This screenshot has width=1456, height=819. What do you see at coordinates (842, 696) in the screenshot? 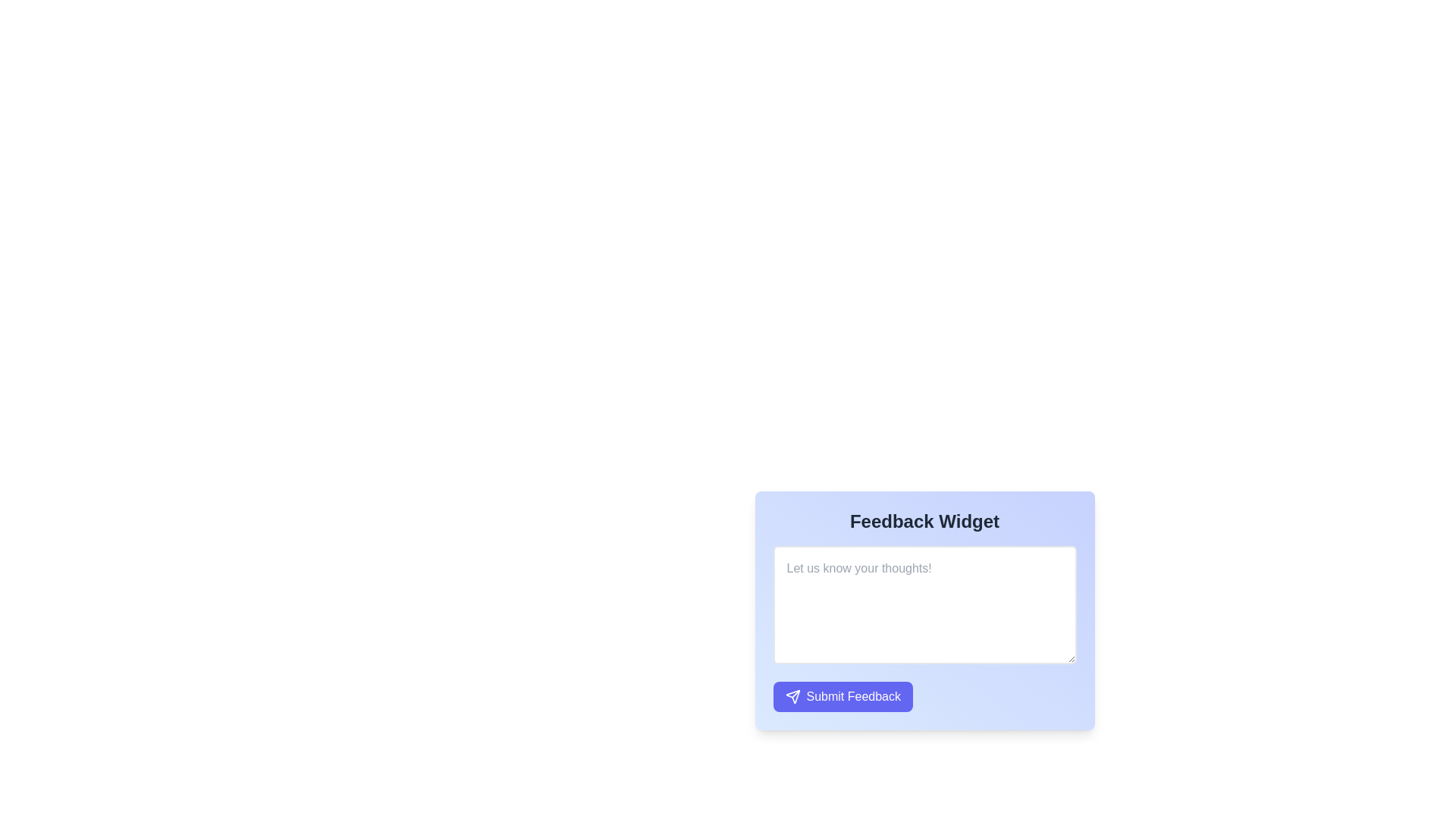
I see `the 'Submit Feedback' button, which is a rounded rectangular button with a blue background and white text, located below the text input area in the feedback form` at bounding box center [842, 696].